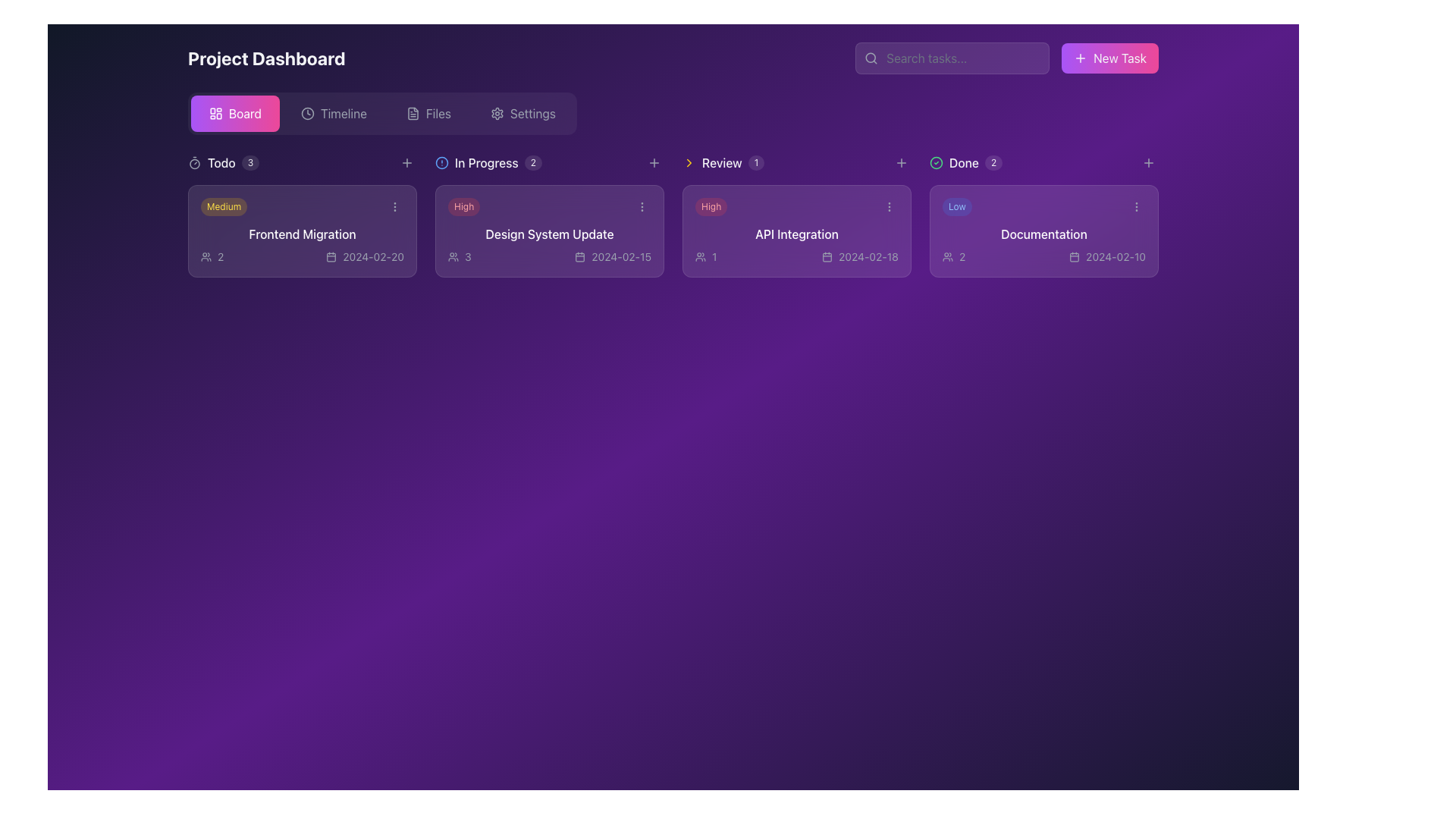 The height and width of the screenshot is (819, 1456). I want to click on the 'Timeline' button in the horizontal navigation menu, so click(333, 113).